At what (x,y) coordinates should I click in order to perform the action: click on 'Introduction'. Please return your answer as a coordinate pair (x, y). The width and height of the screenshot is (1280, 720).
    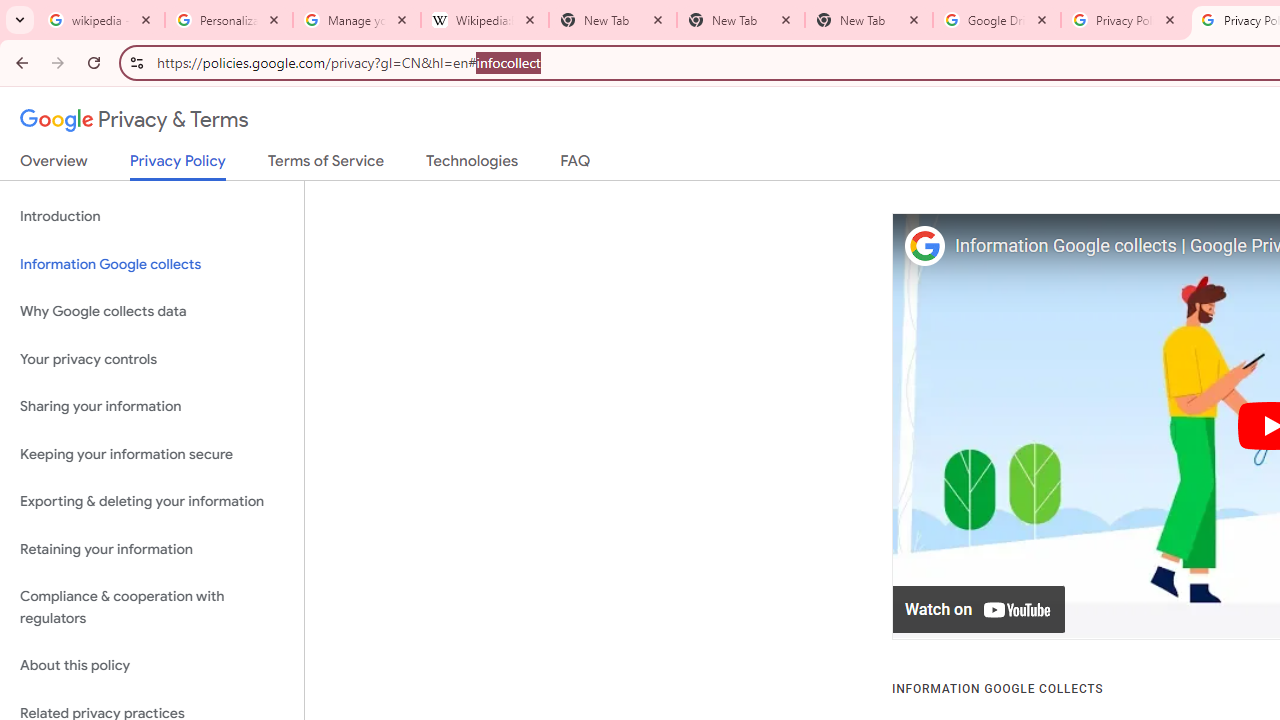
    Looking at the image, I should click on (151, 217).